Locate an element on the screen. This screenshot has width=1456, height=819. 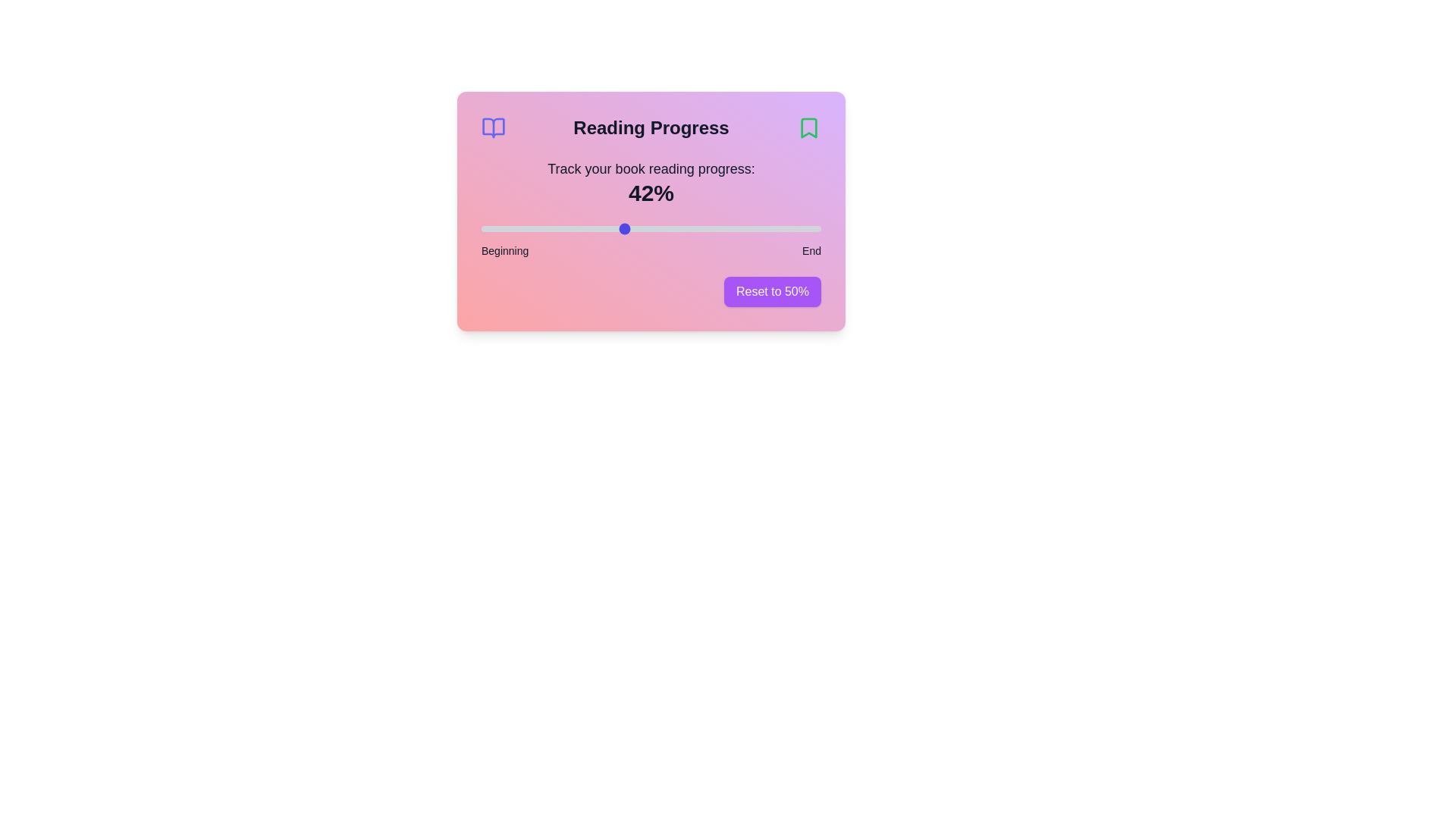
the reading progress slider to 67% is located at coordinates (708, 228).